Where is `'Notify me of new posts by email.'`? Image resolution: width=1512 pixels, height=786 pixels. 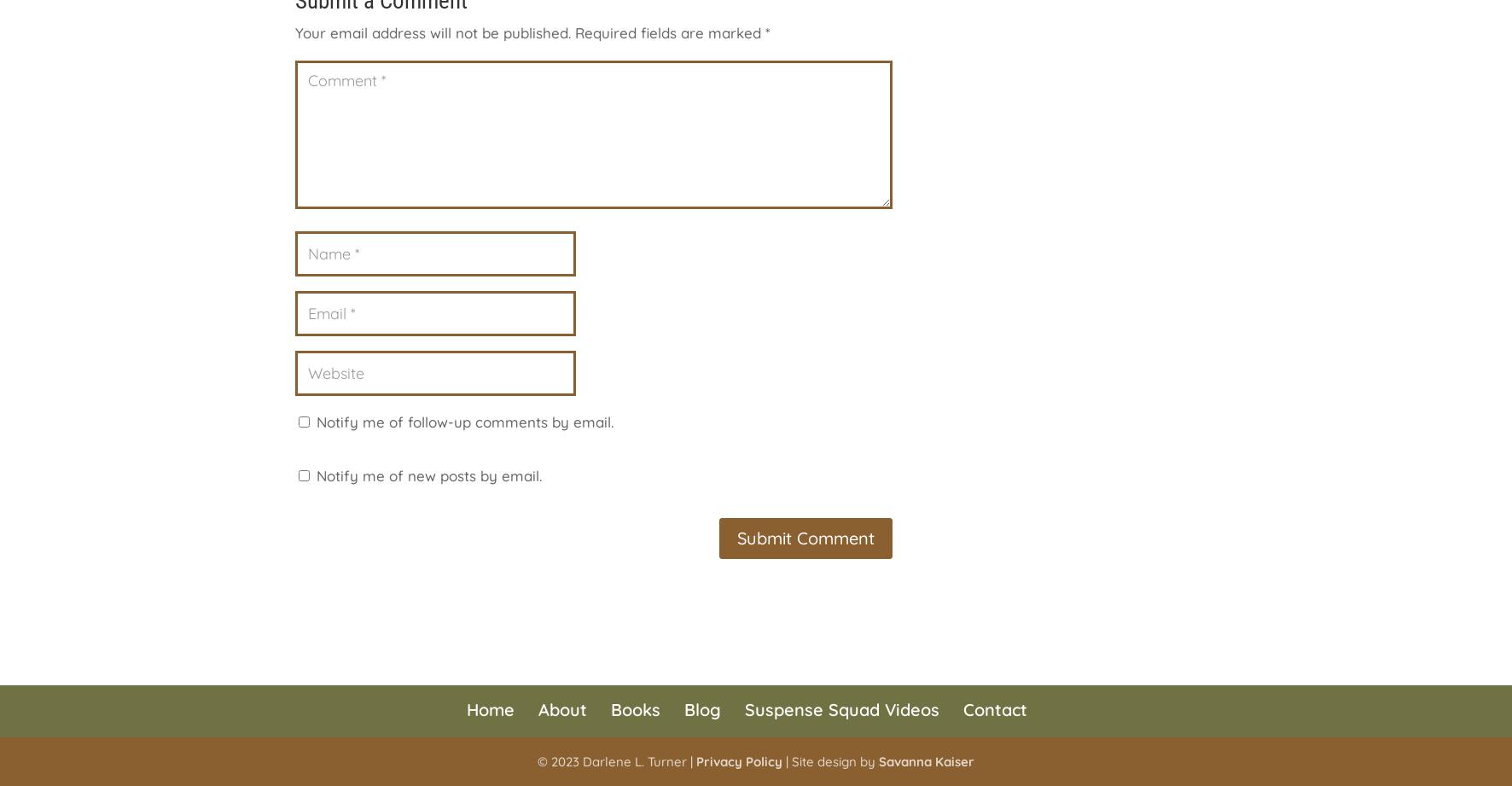 'Notify me of new posts by email.' is located at coordinates (428, 475).